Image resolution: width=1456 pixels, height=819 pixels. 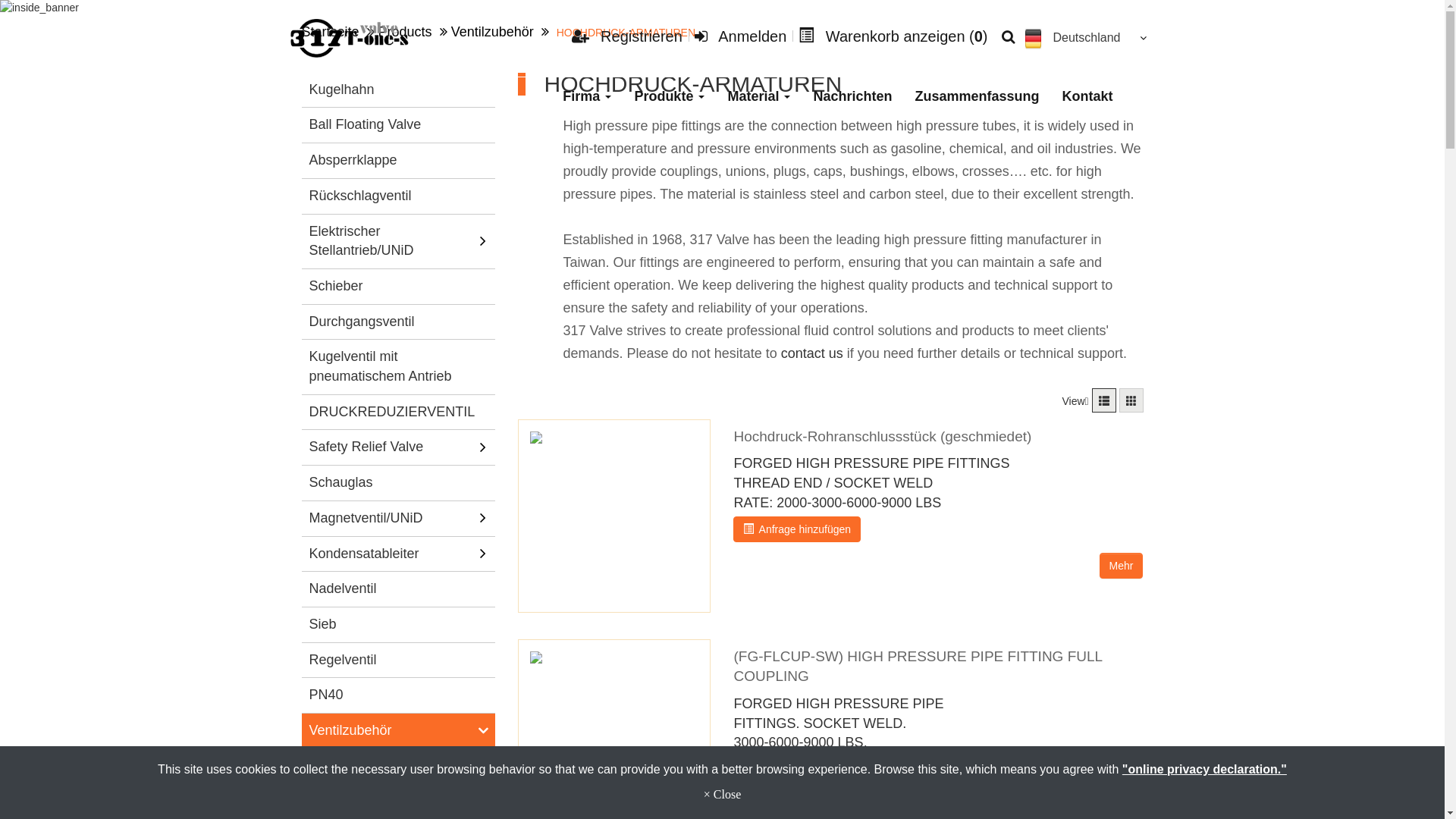 What do you see at coordinates (348, 37) in the screenshot?
I see `'T-ONE-S (MFG) TRADING INC.'` at bounding box center [348, 37].